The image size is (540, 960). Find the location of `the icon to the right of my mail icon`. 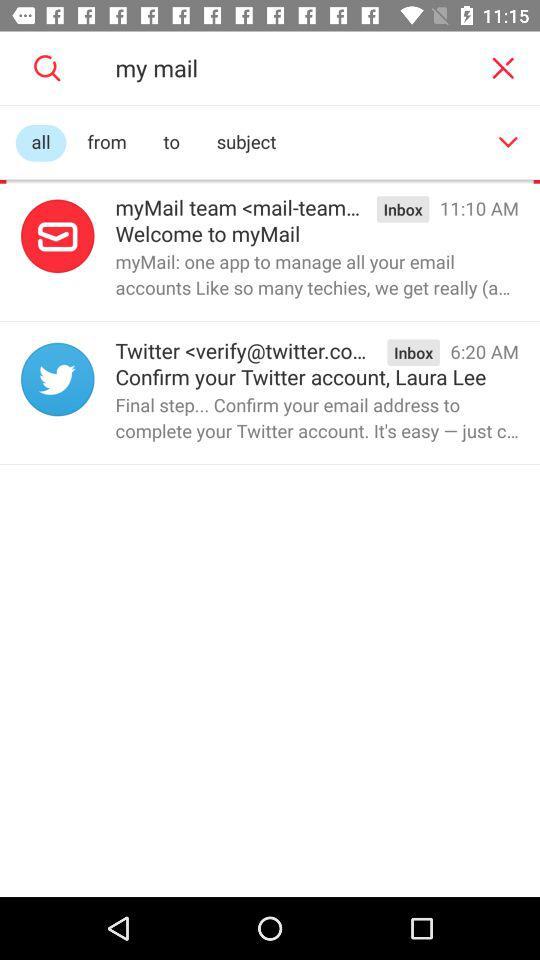

the icon to the right of my mail icon is located at coordinates (502, 68).